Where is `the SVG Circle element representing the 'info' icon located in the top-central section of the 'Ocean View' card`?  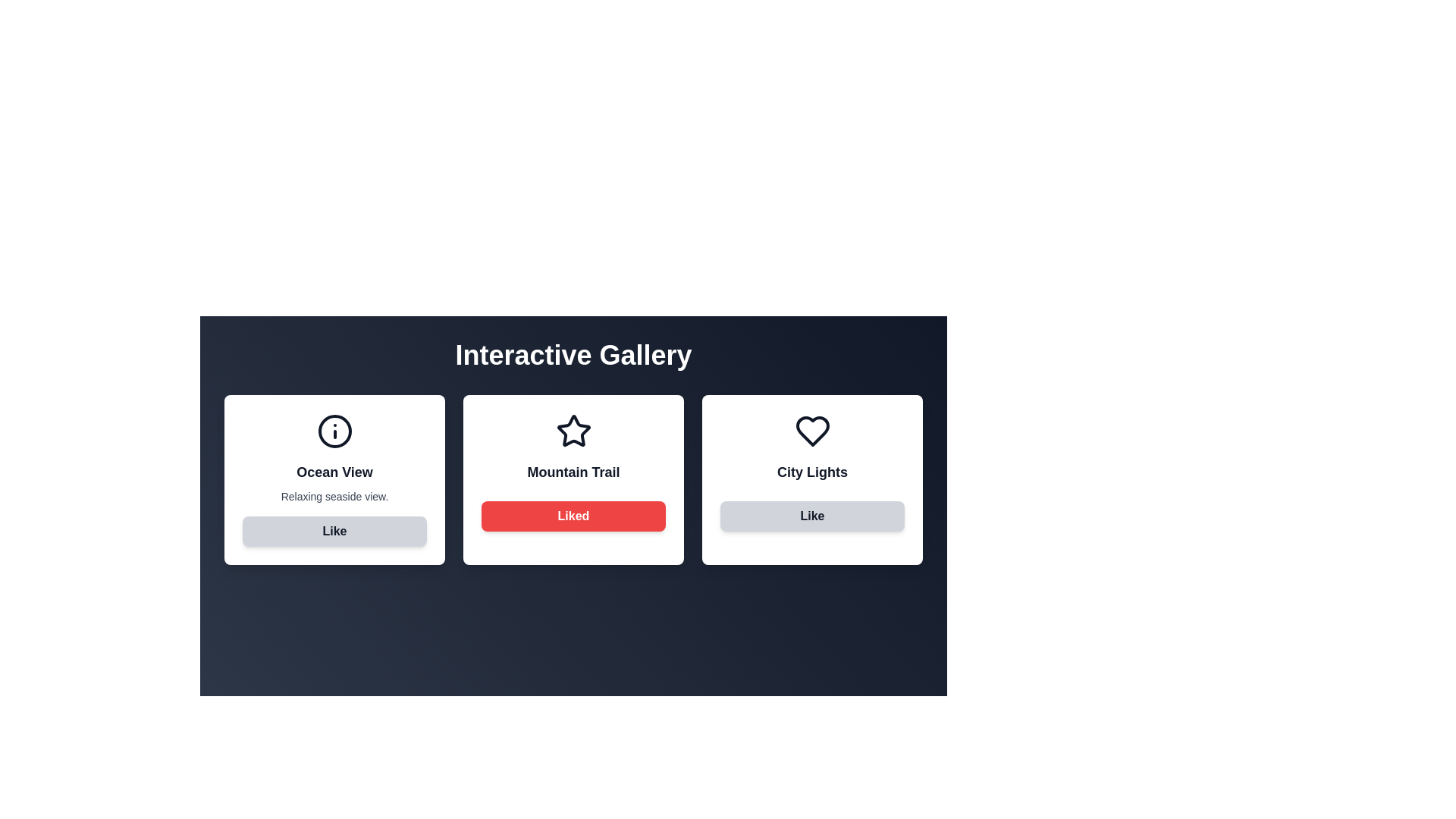 the SVG Circle element representing the 'info' icon located in the top-central section of the 'Ocean View' card is located at coordinates (334, 431).